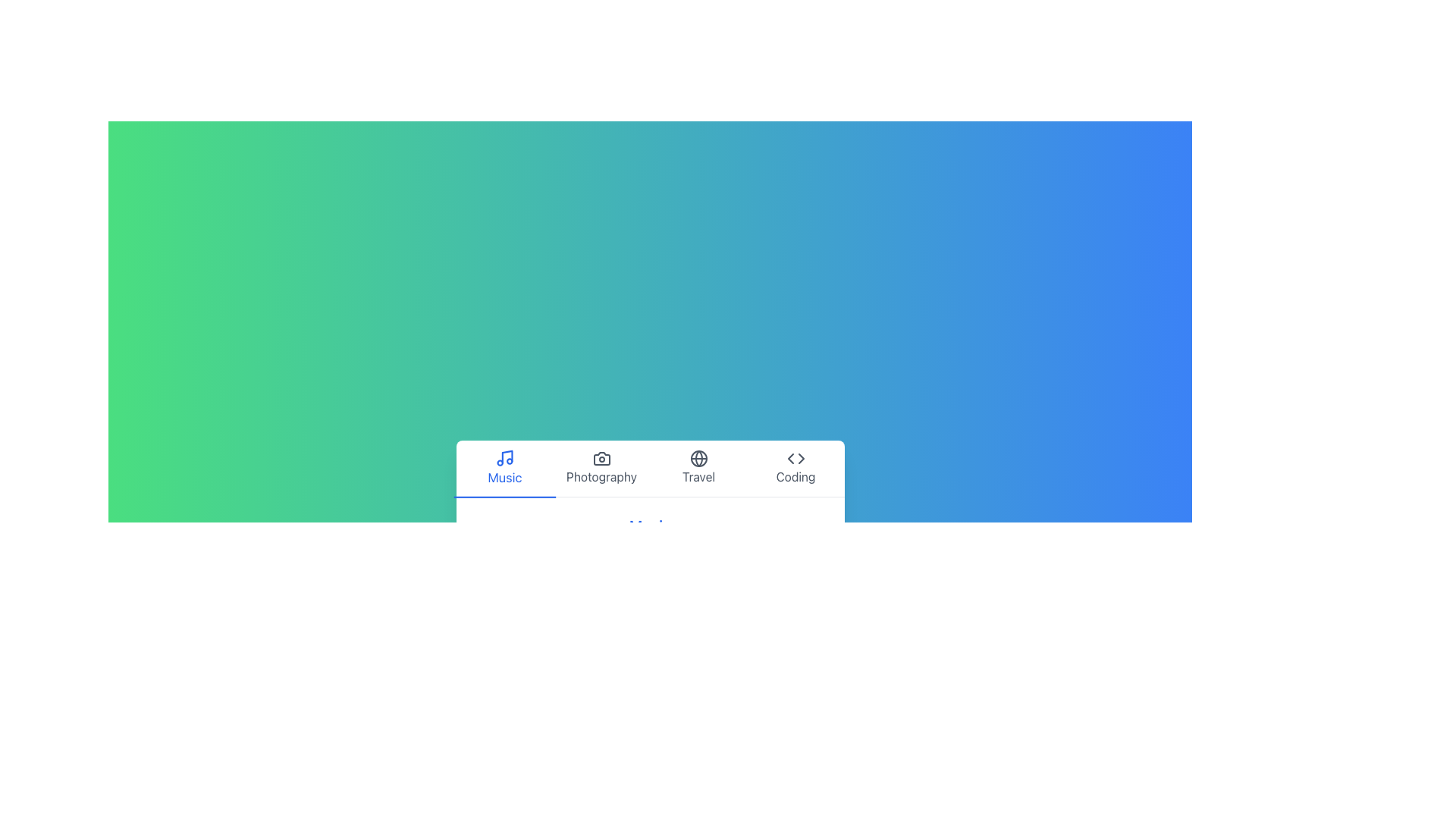  I want to click on the 'Photography' button, which is the second item in a horizontal list of buttons, so click(601, 467).